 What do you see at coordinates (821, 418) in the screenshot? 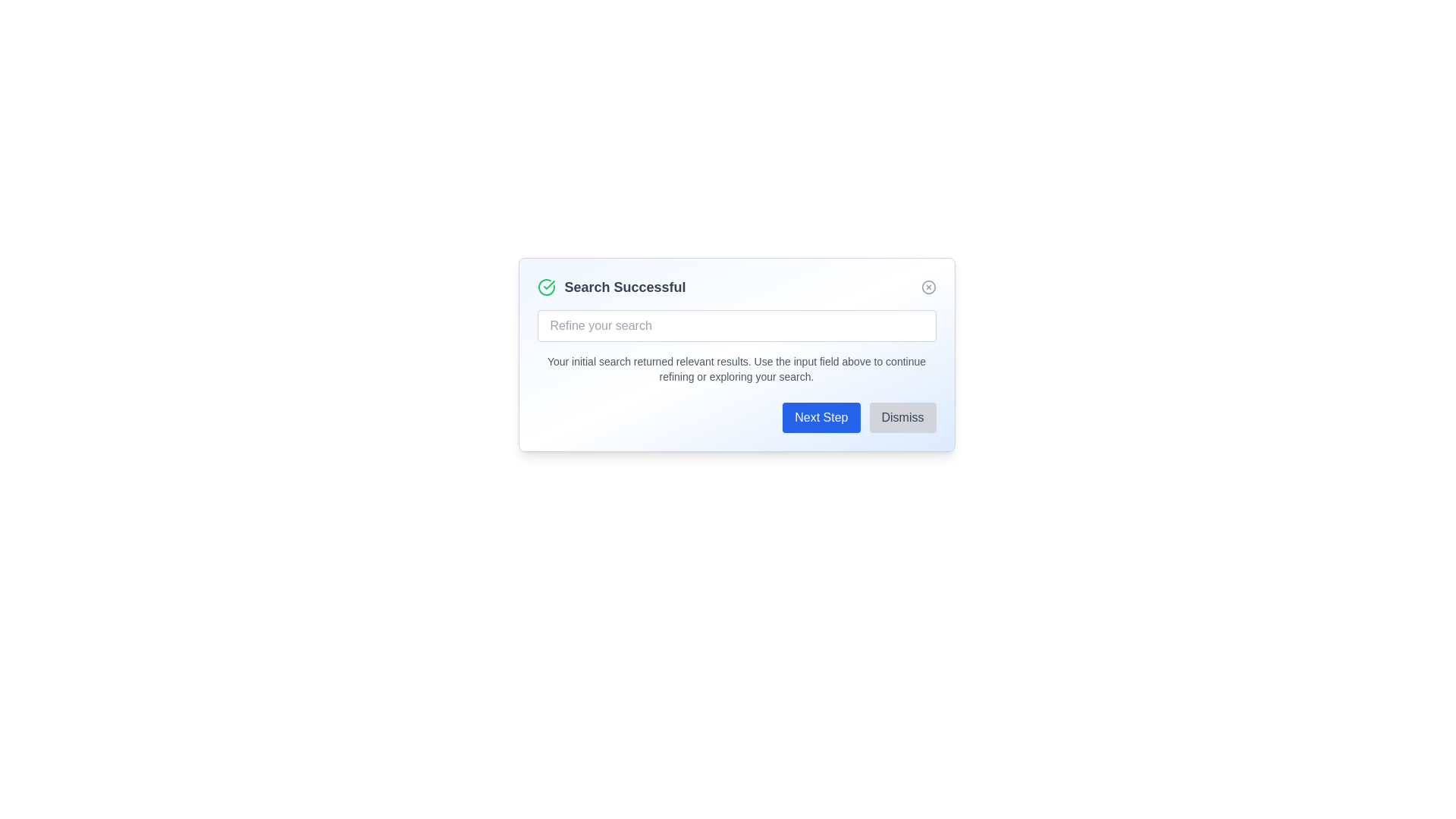
I see `the button labeled Next Step to observe its hover effect` at bounding box center [821, 418].